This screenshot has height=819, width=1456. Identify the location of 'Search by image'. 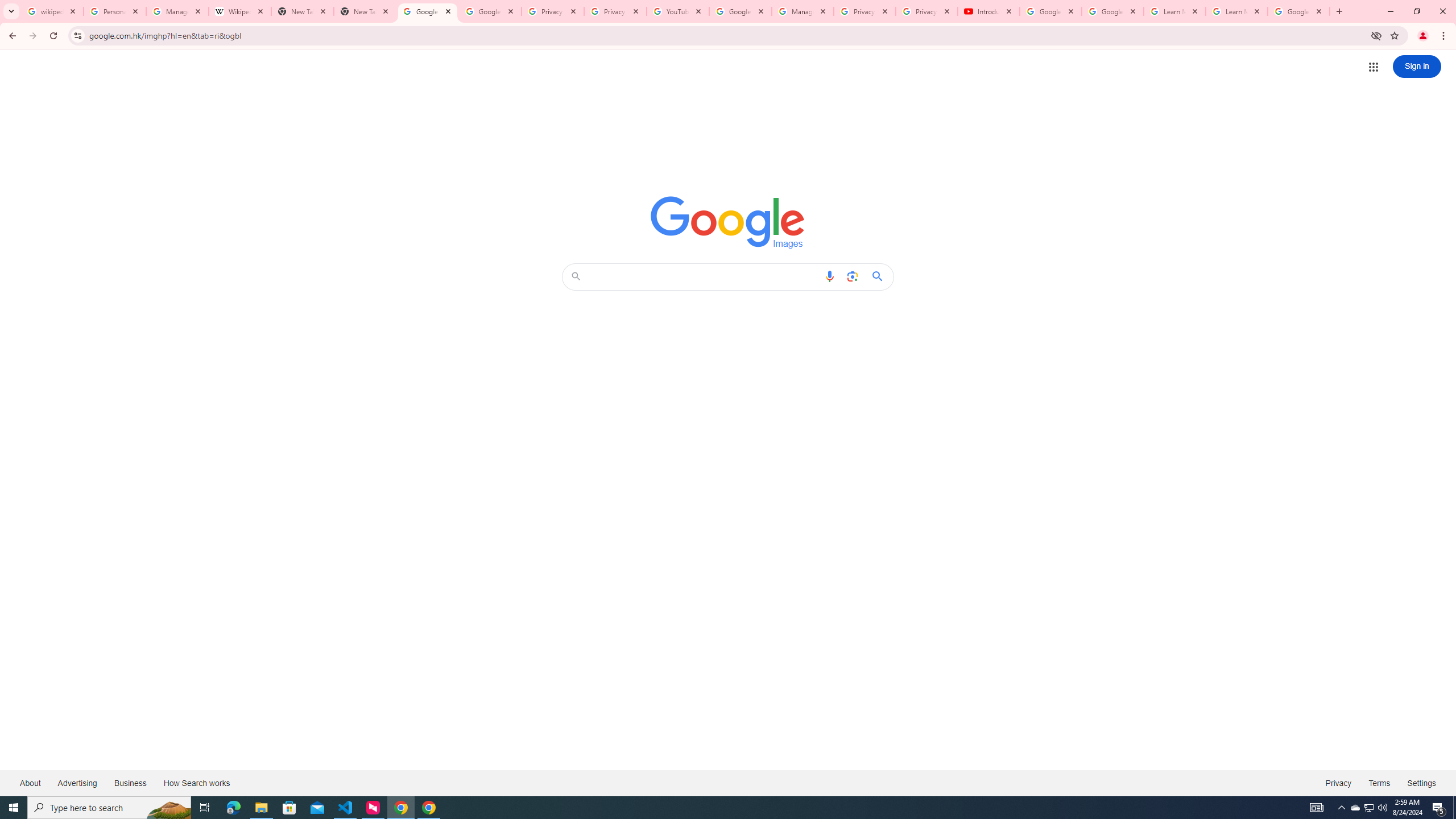
(851, 276).